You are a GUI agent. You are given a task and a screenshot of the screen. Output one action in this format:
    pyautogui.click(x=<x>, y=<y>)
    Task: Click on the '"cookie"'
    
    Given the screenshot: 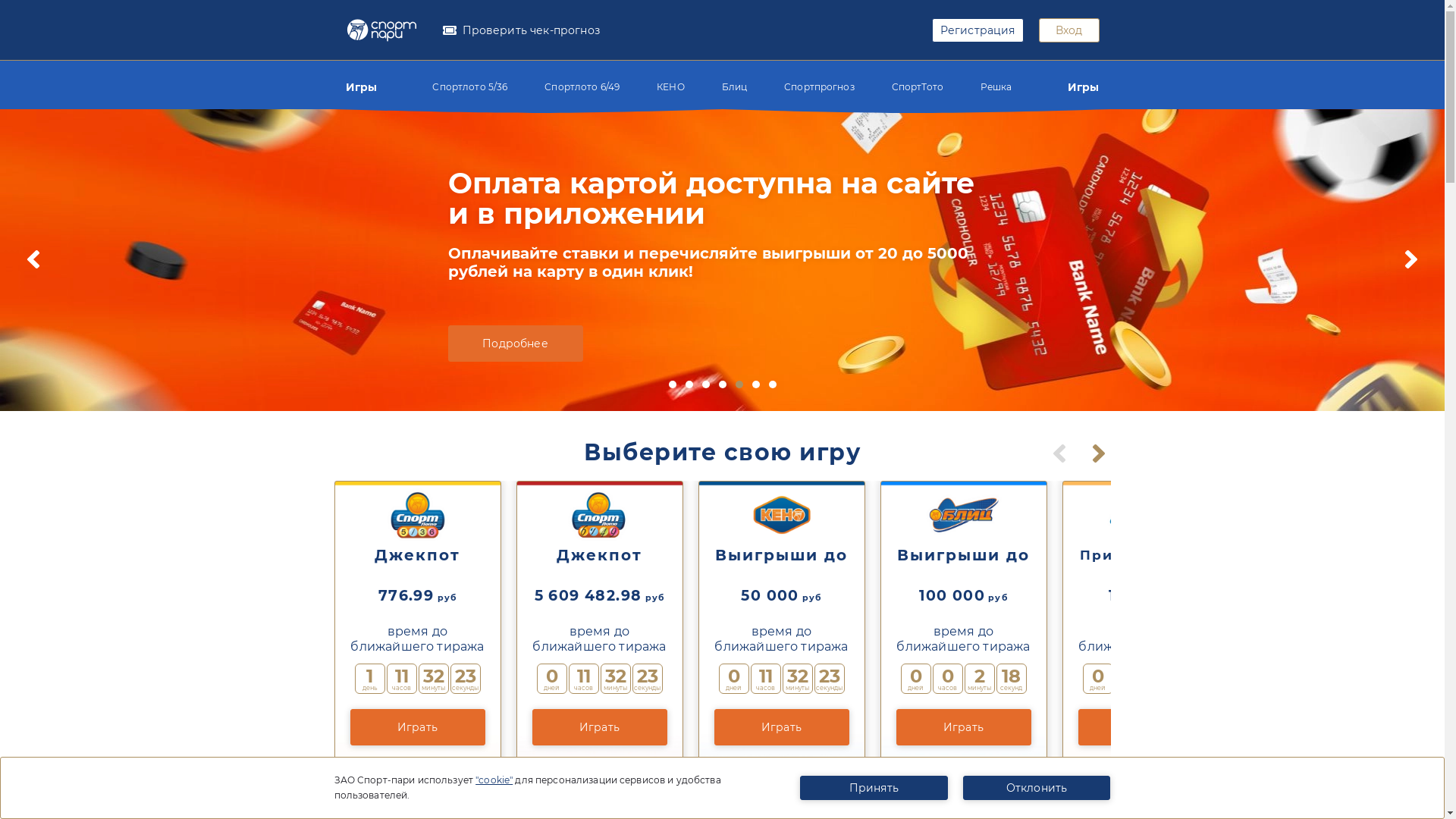 What is the action you would take?
    pyautogui.click(x=494, y=780)
    